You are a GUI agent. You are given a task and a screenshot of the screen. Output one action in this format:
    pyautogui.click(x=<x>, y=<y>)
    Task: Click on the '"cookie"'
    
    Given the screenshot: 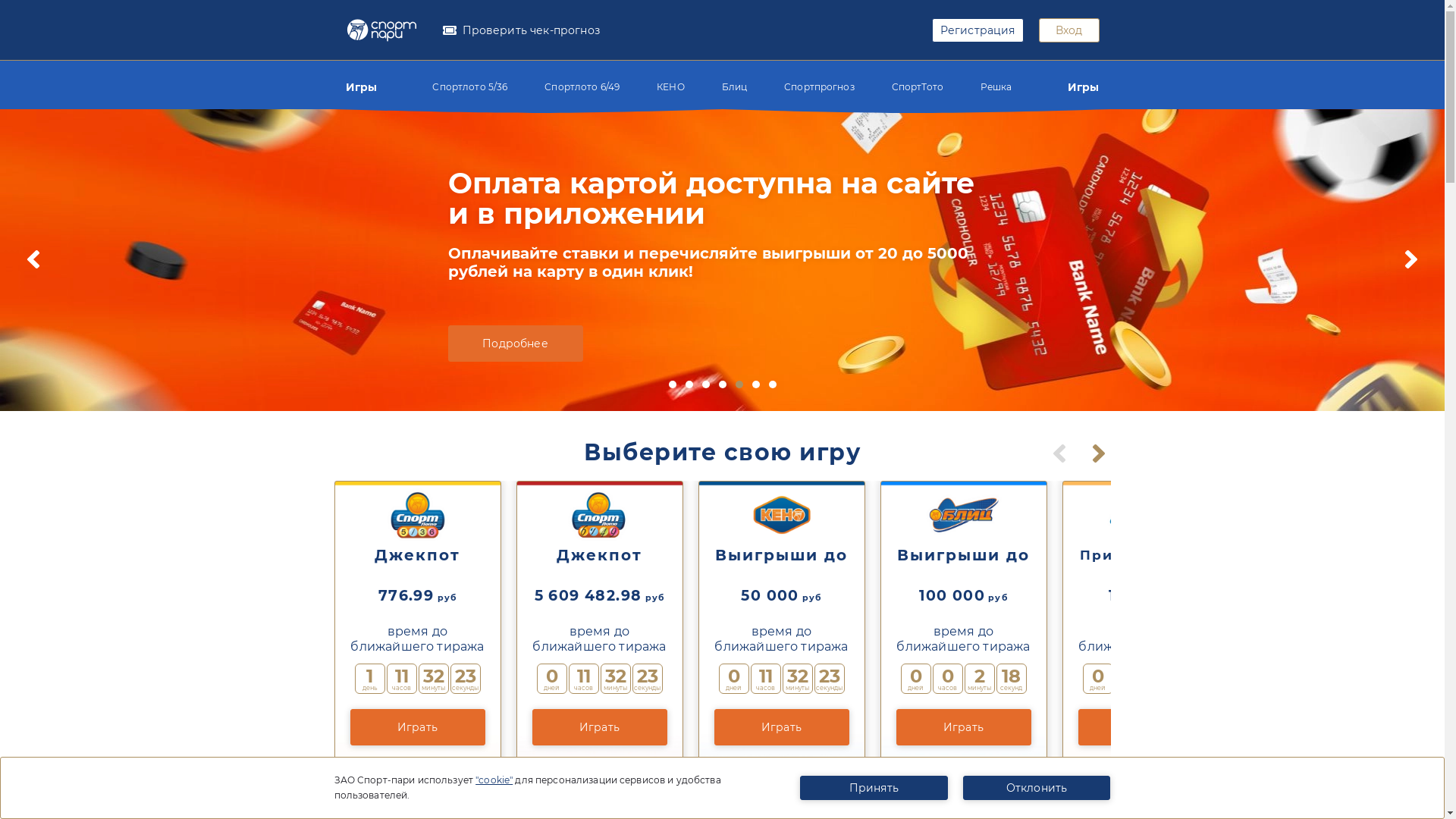 What is the action you would take?
    pyautogui.click(x=494, y=780)
    